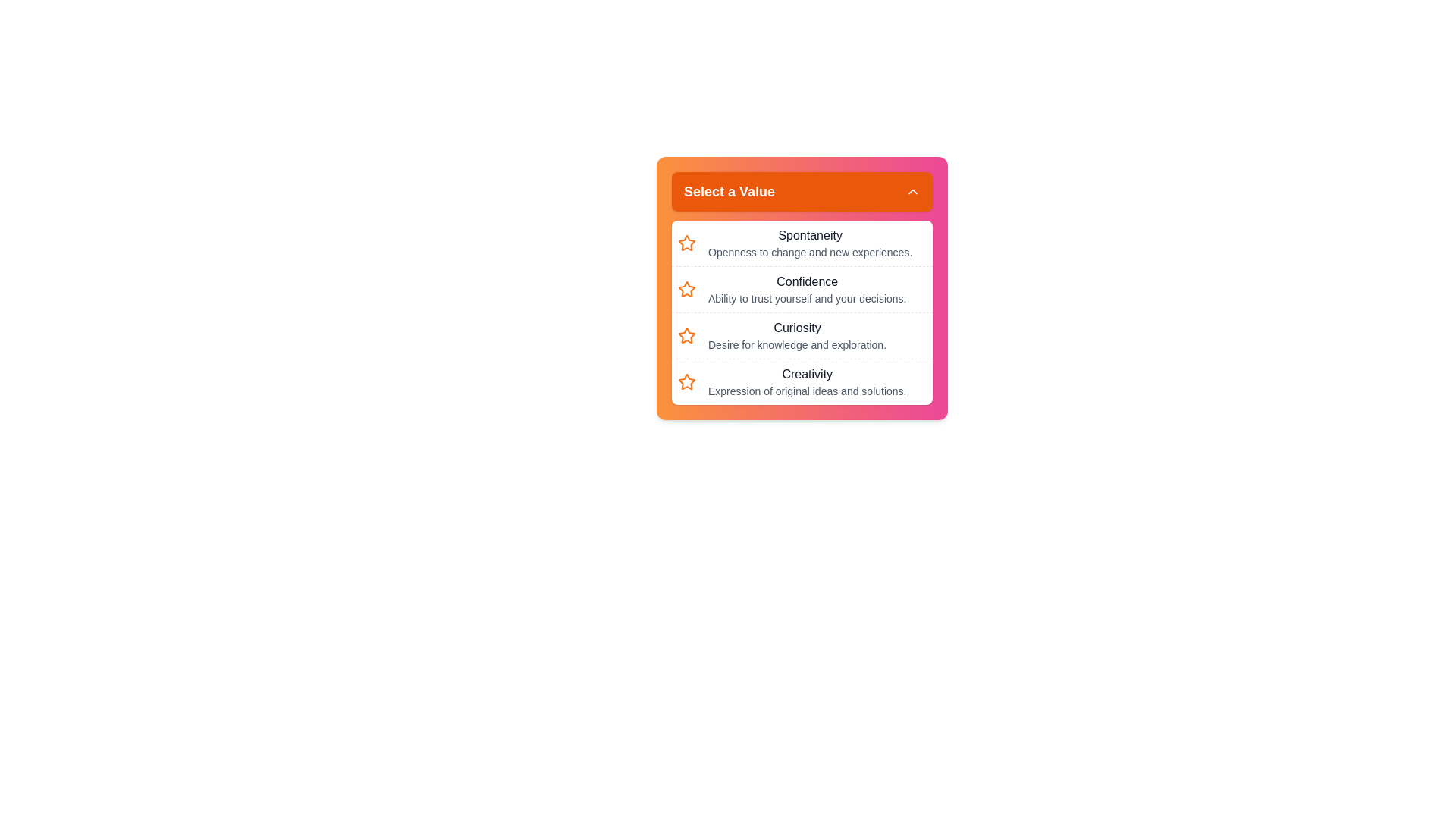 Image resolution: width=1456 pixels, height=819 pixels. What do you see at coordinates (686, 334) in the screenshot?
I see `the third star icon with orange outlines next to the label 'Curiosity' in the collapsed dropdown menu` at bounding box center [686, 334].